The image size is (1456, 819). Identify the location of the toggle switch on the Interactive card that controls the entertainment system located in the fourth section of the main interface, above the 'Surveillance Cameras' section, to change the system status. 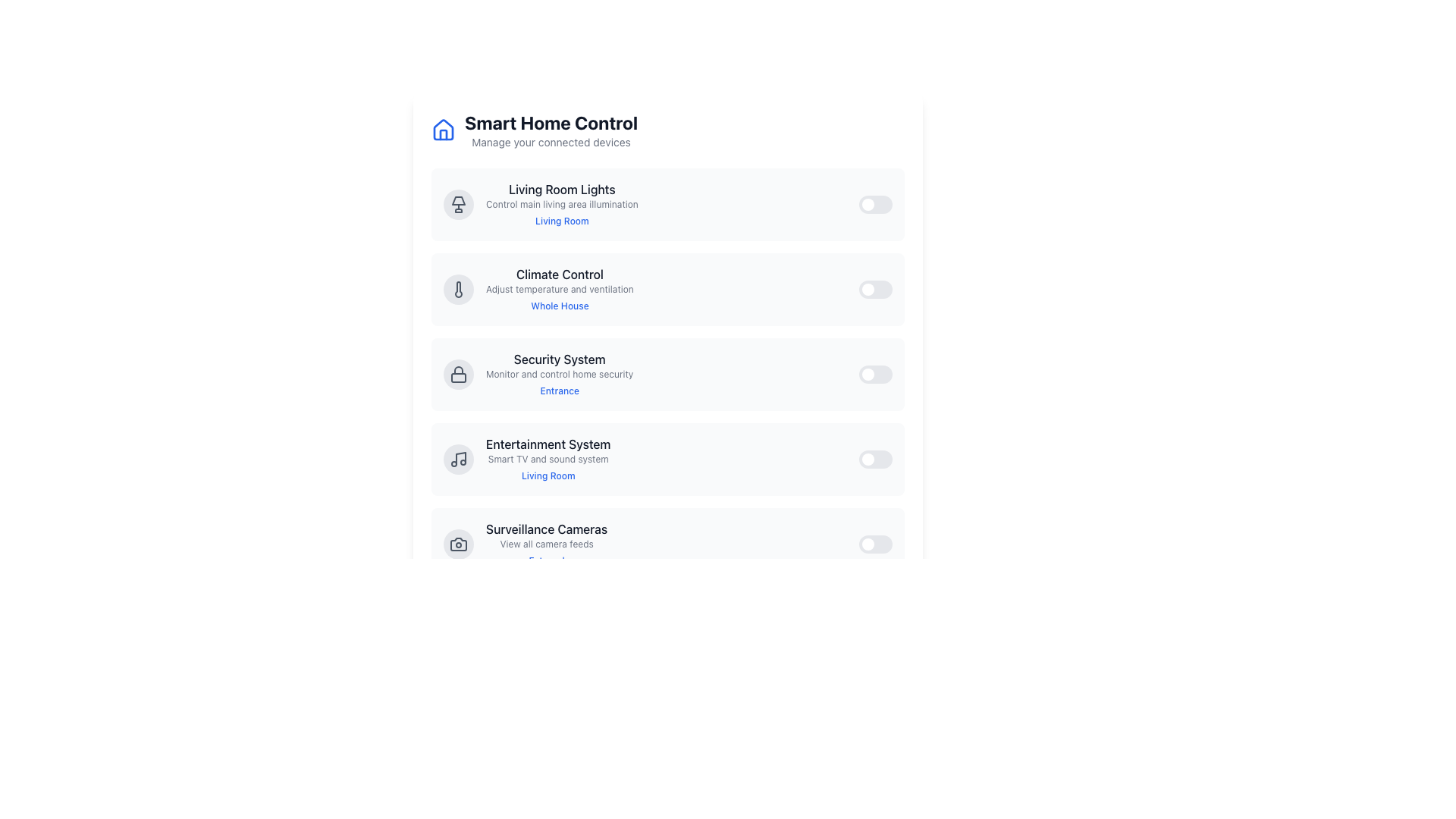
(667, 458).